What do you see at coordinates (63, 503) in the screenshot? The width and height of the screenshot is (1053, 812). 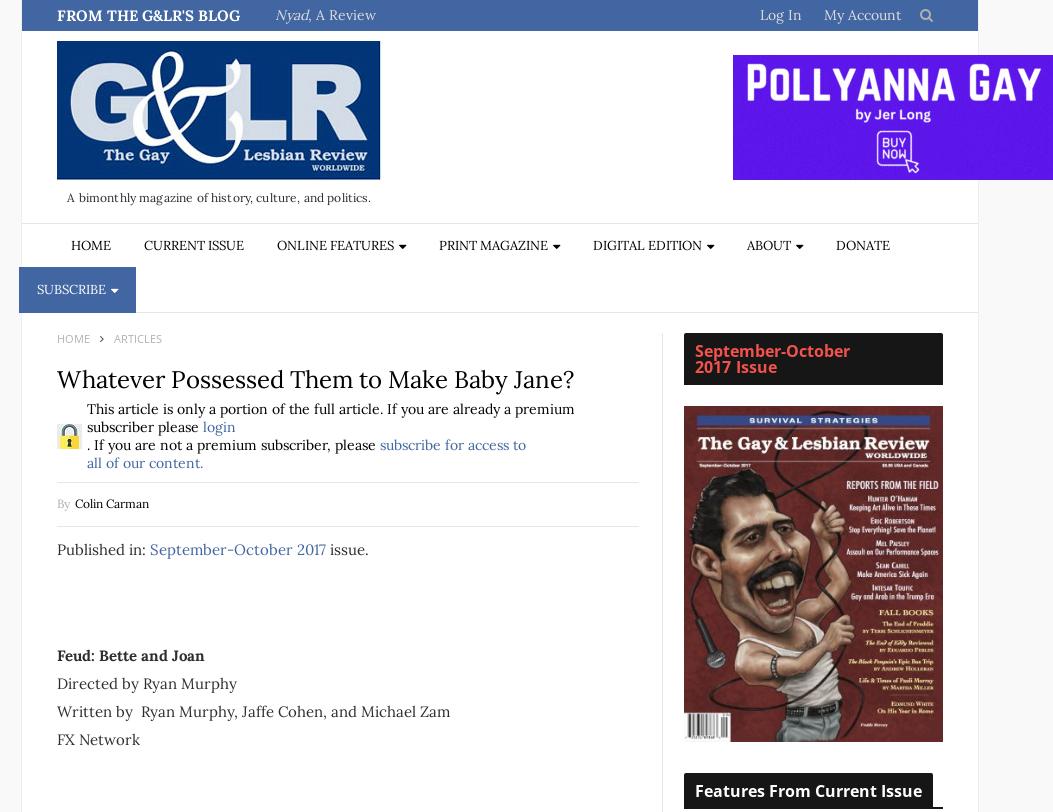 I see `'By'` at bounding box center [63, 503].